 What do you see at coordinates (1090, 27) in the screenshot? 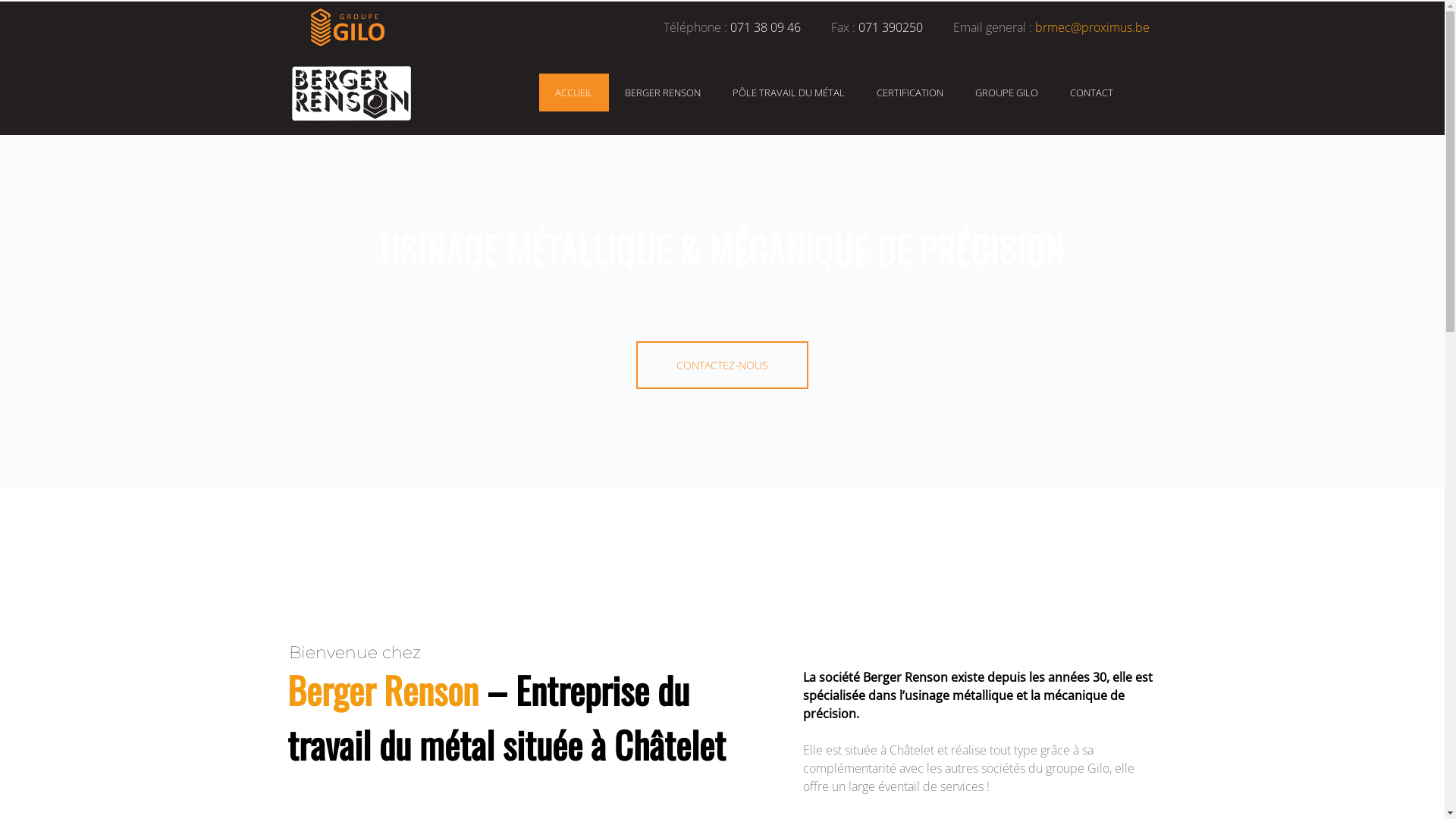
I see `'brmec@proximus.be'` at bounding box center [1090, 27].